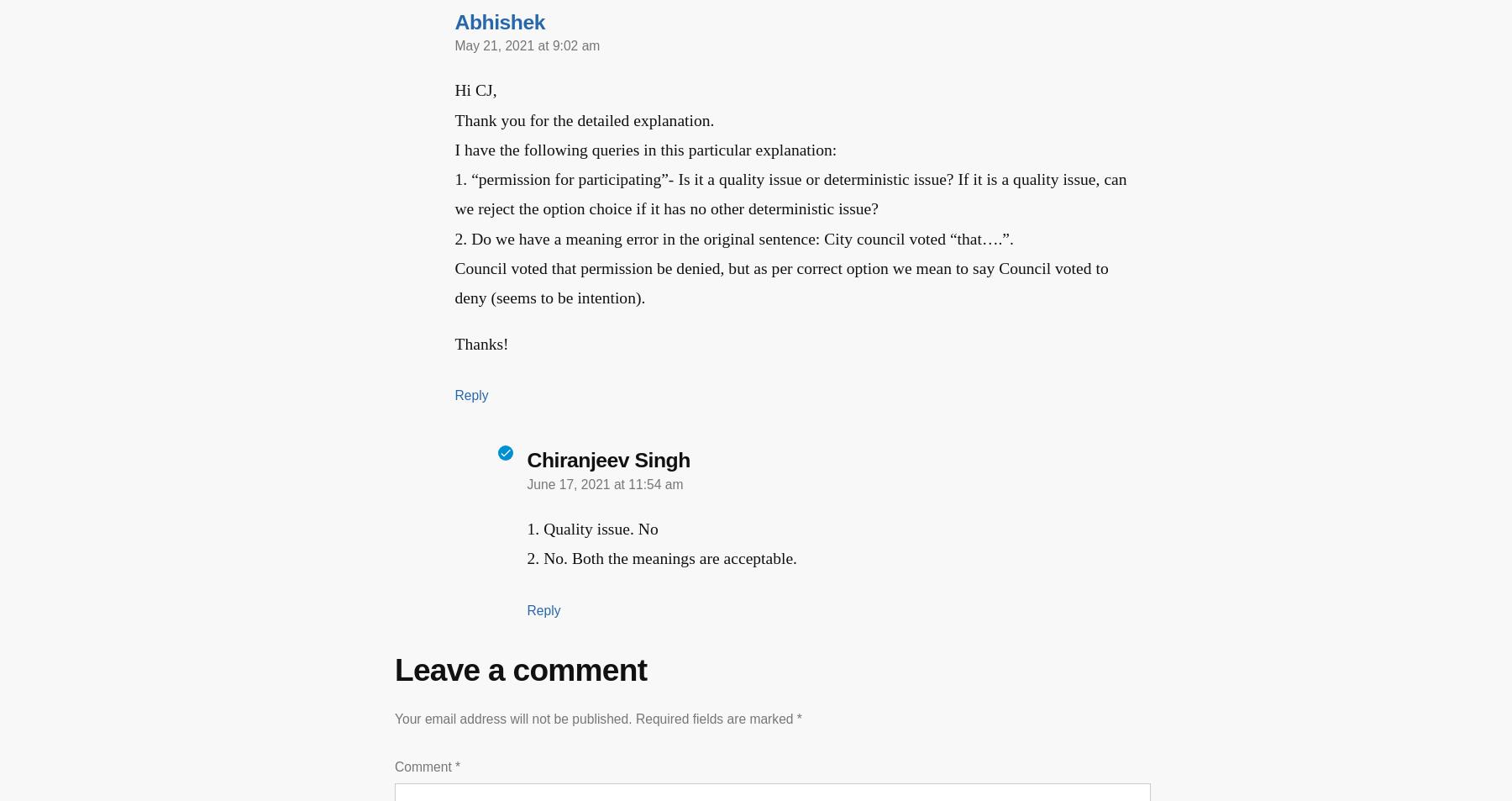 This screenshot has width=1512, height=801. I want to click on 'Leave a comment', so click(513, 668).